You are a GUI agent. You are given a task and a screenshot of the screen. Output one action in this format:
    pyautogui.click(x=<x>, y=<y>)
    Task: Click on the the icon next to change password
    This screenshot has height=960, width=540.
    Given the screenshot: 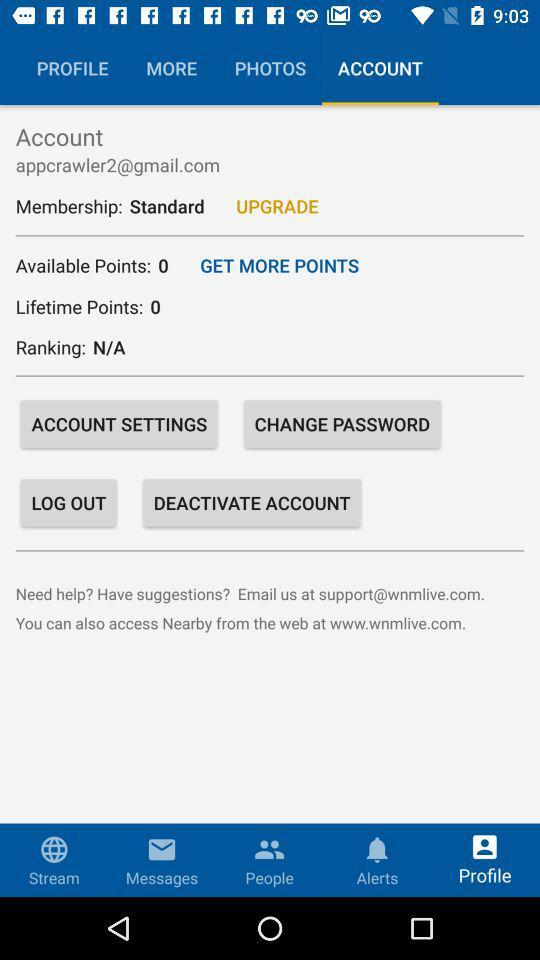 What is the action you would take?
    pyautogui.click(x=119, y=424)
    